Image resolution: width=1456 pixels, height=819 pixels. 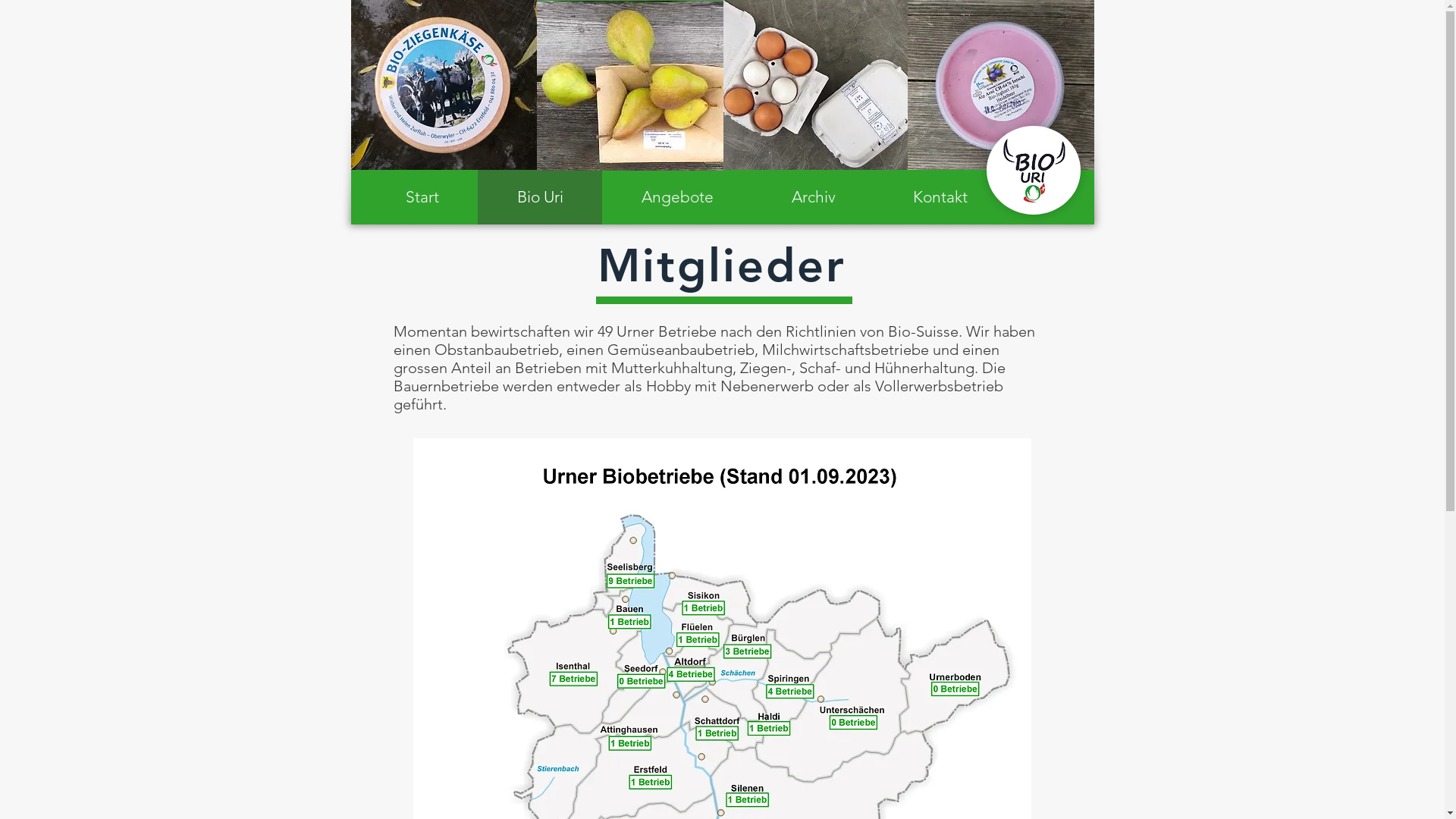 I want to click on 'Start', so click(x=422, y=196).